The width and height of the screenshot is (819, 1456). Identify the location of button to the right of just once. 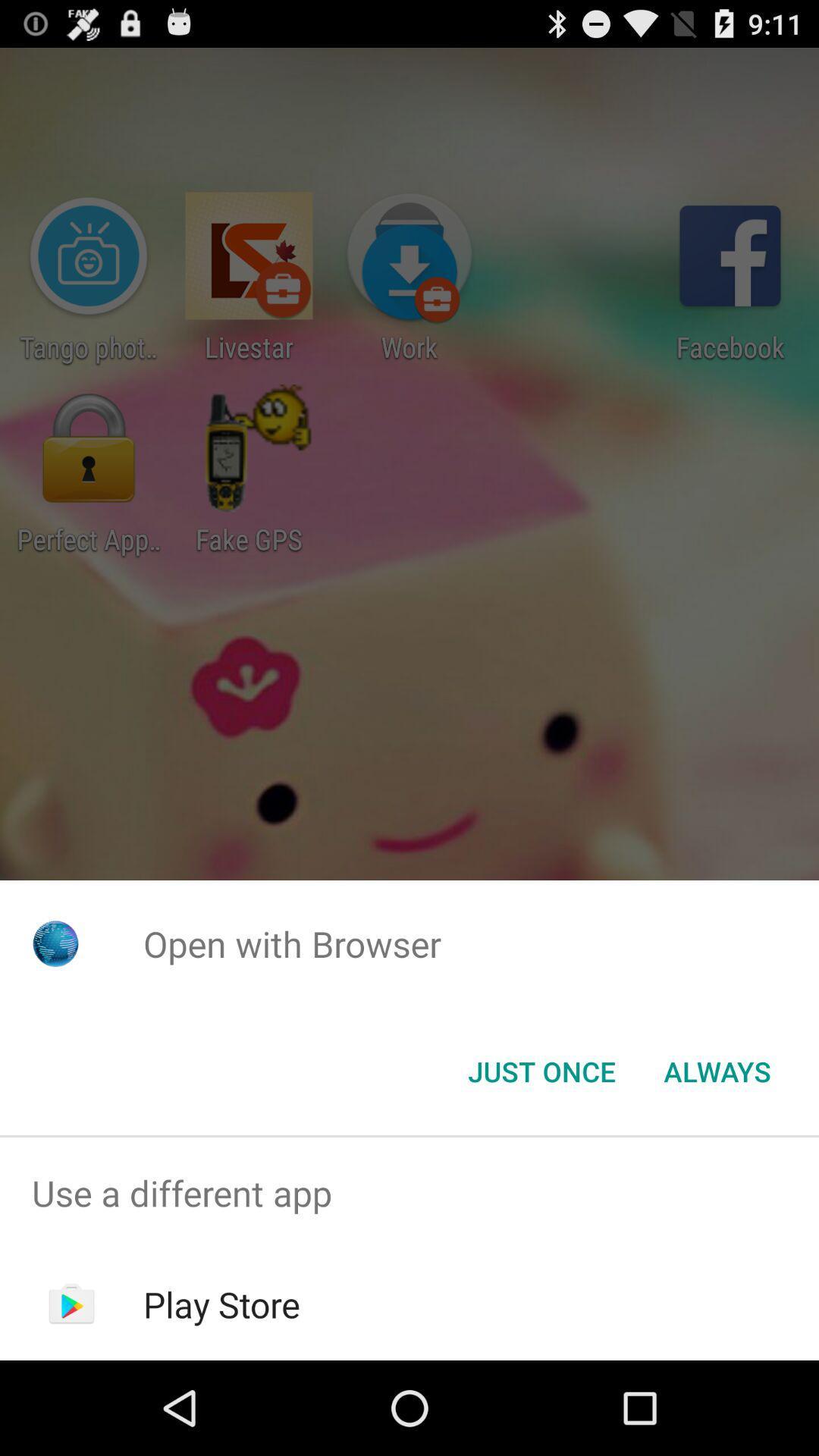
(717, 1070).